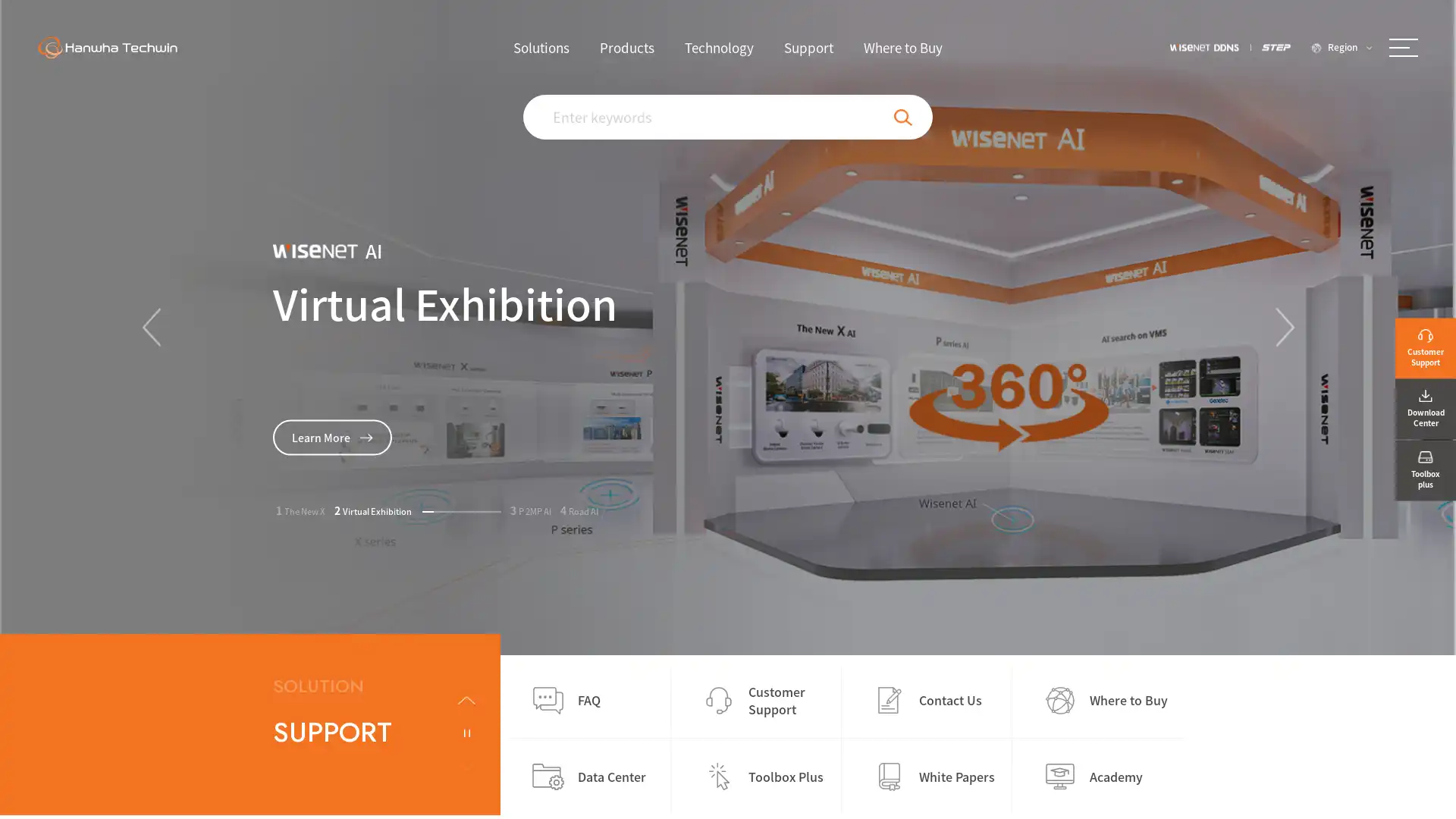 The width and height of the screenshot is (1456, 819). What do you see at coordinates (151, 326) in the screenshot?
I see `Previous slide` at bounding box center [151, 326].